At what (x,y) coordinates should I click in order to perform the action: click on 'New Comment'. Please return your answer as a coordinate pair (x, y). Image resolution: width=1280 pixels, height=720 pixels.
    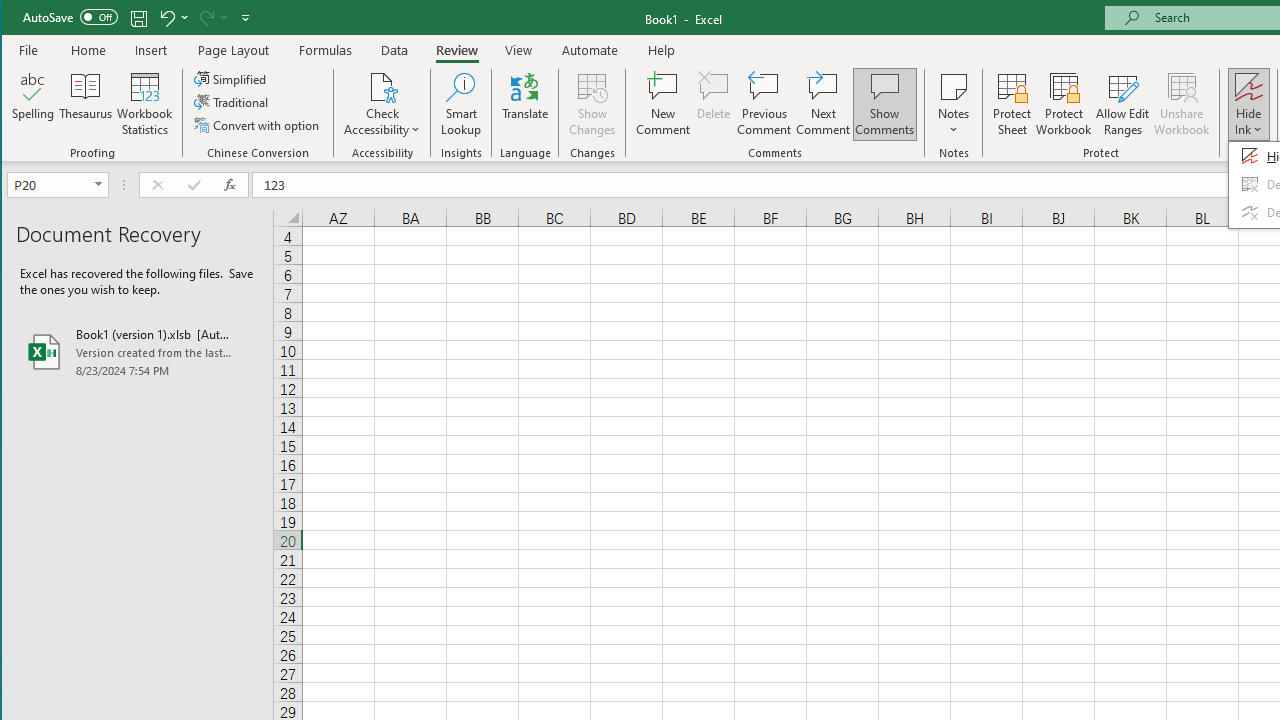
    Looking at the image, I should click on (663, 104).